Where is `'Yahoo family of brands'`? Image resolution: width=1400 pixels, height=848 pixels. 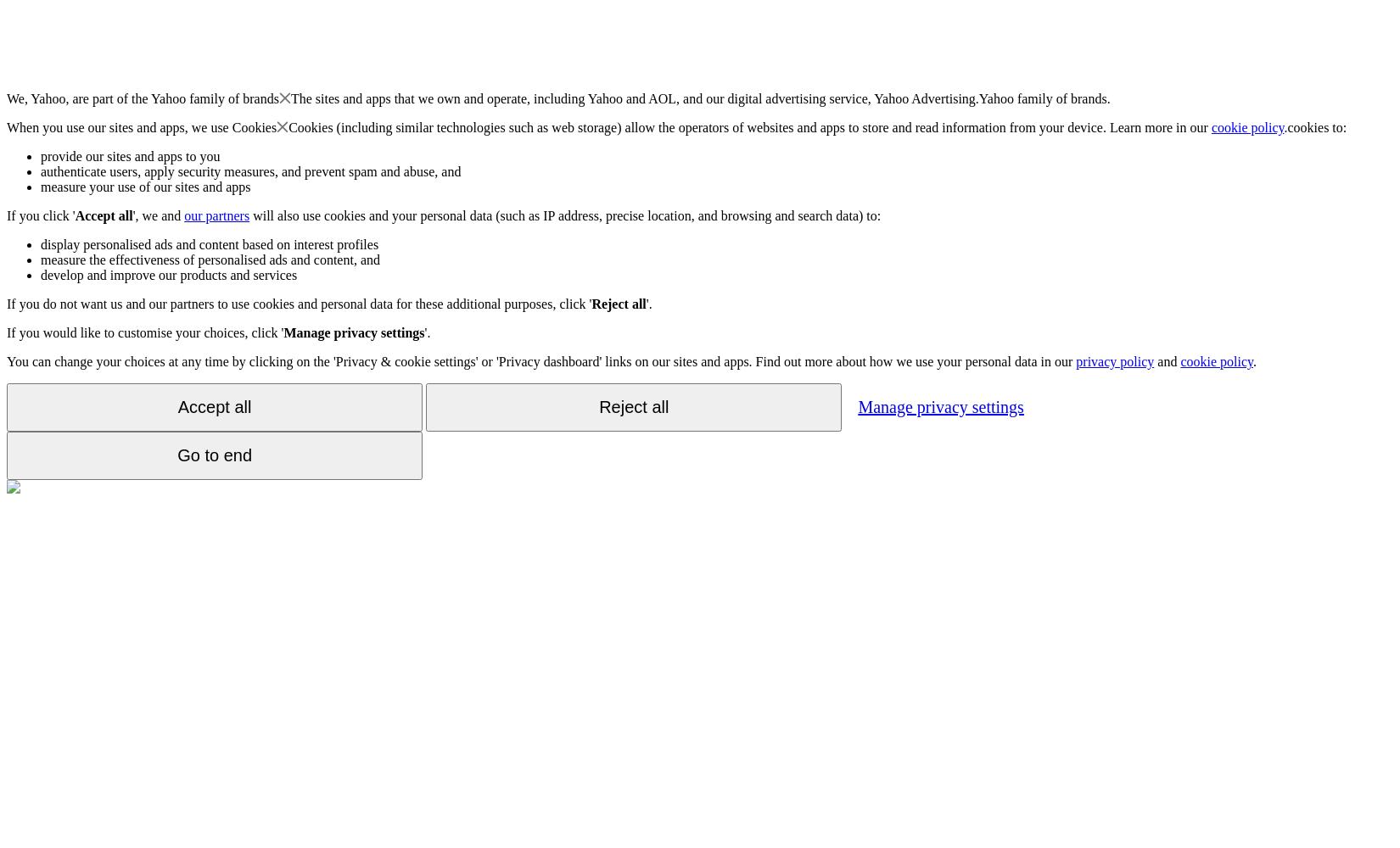 'Yahoo family of brands' is located at coordinates (214, 98).